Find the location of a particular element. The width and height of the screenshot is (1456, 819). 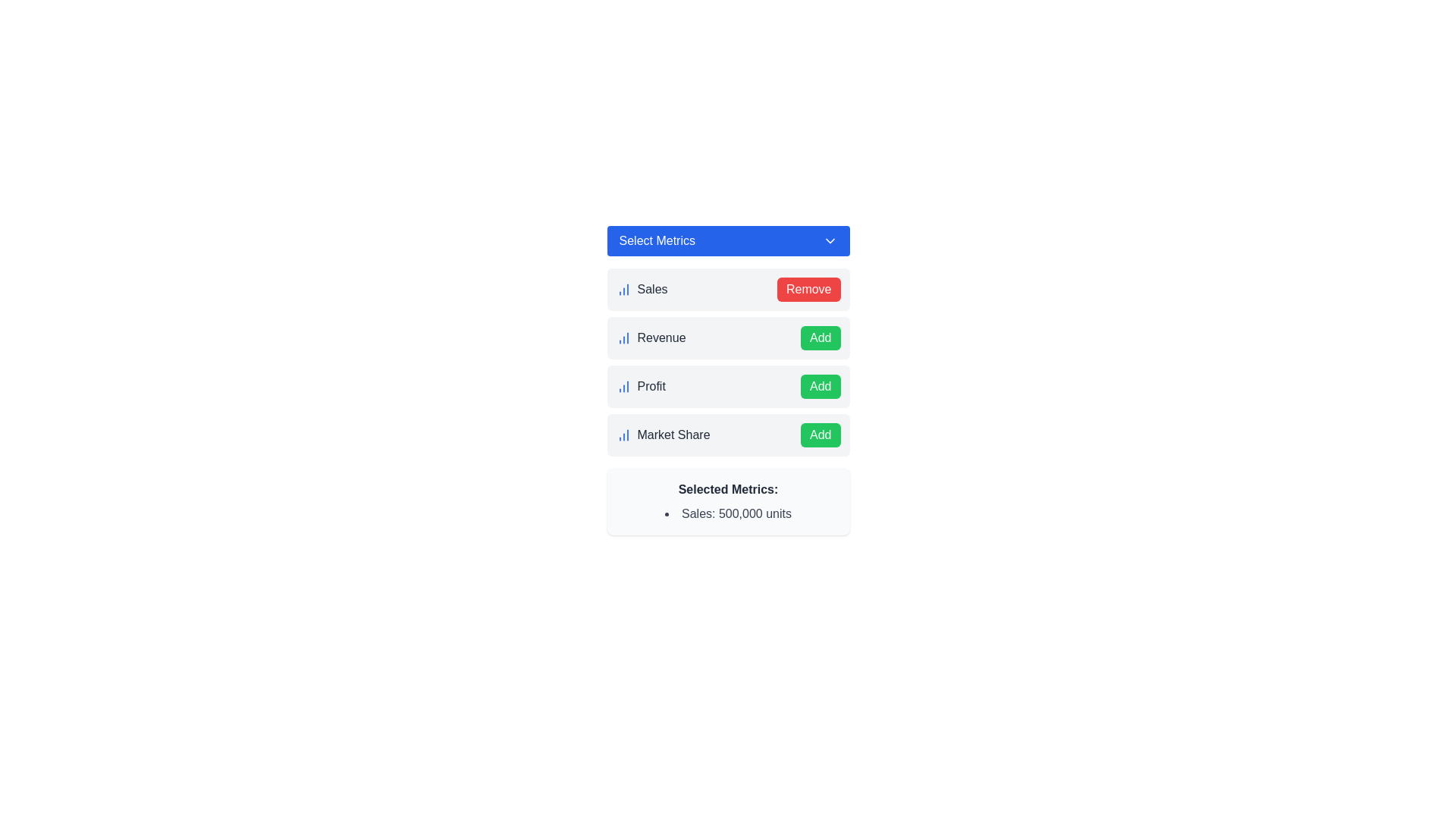

the chart icon representing the 'Profit' metric located to the immediate left of the label text 'Profit' in the third row of the metric selection interface is located at coordinates (623, 385).